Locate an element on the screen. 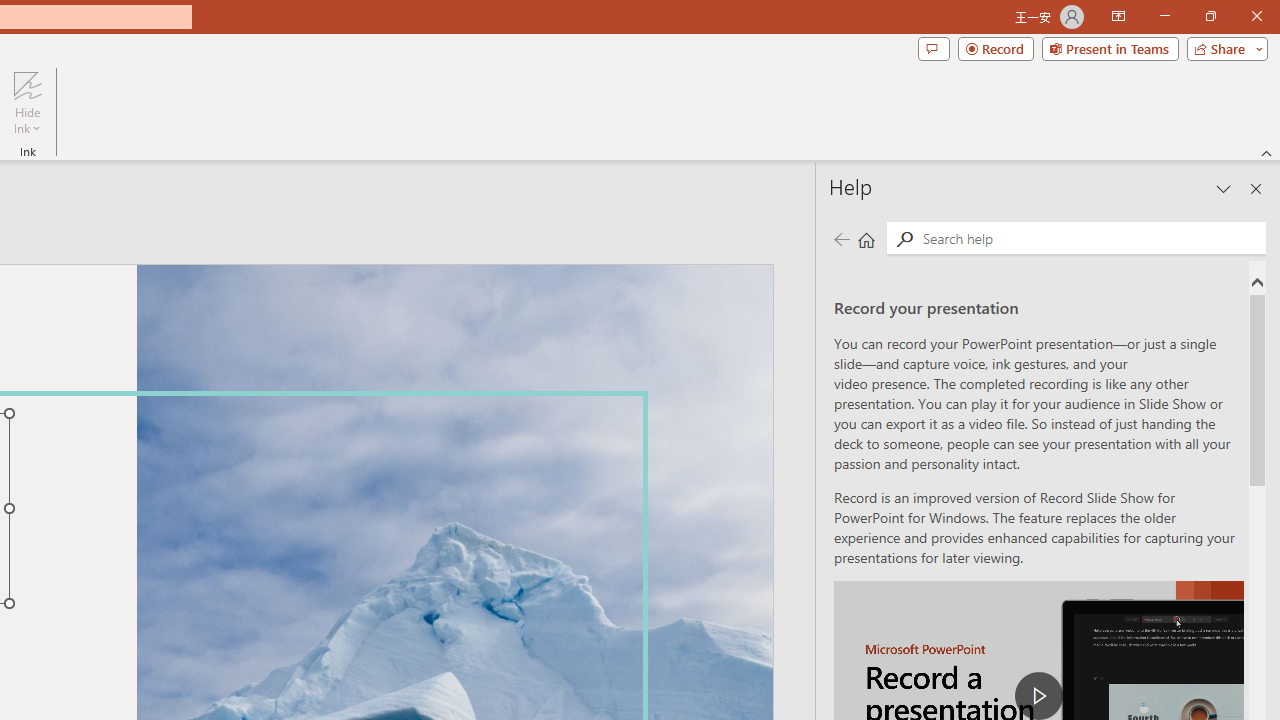  'Hide Ink' is located at coordinates (27, 84).